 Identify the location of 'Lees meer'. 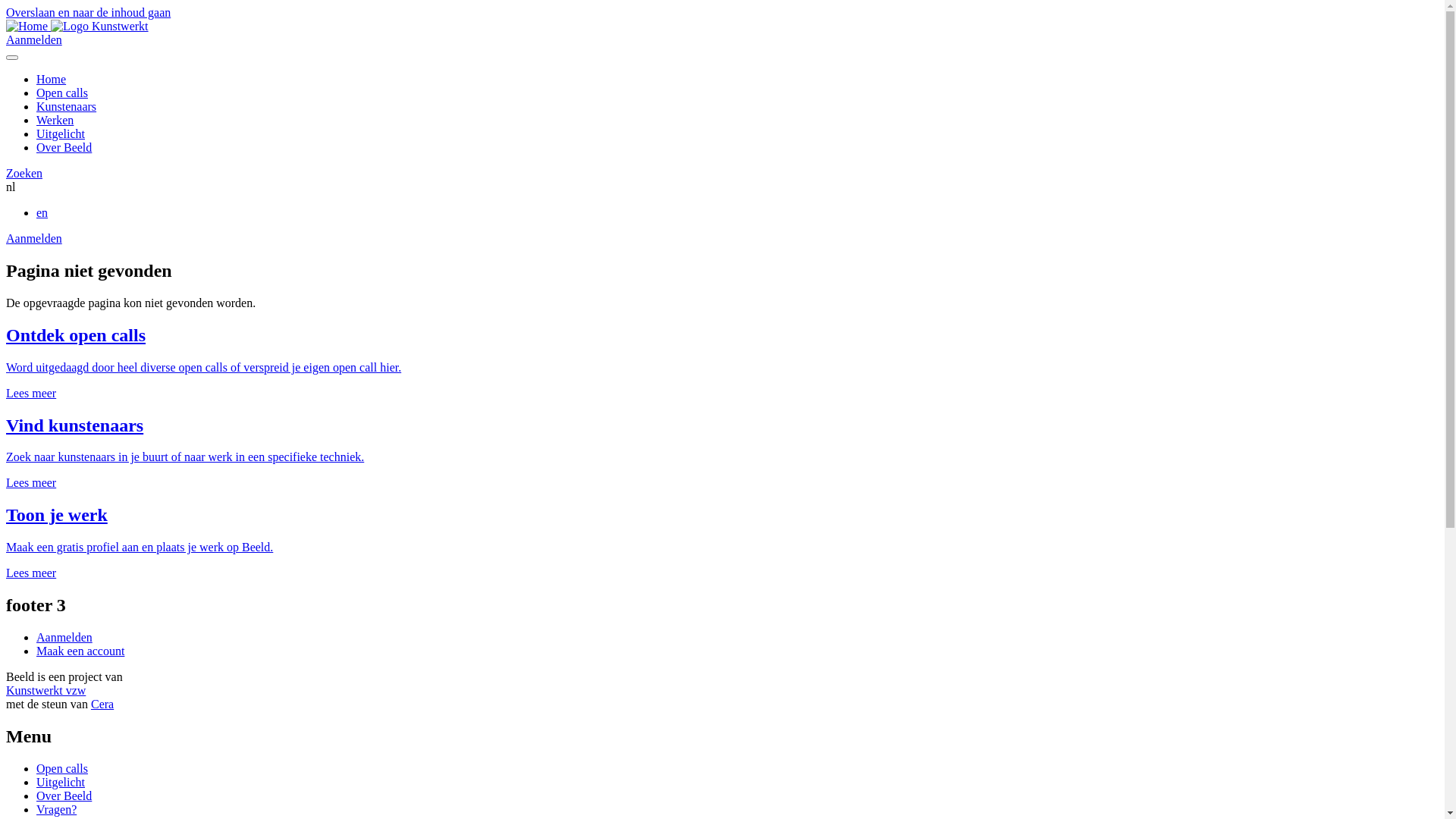
(31, 482).